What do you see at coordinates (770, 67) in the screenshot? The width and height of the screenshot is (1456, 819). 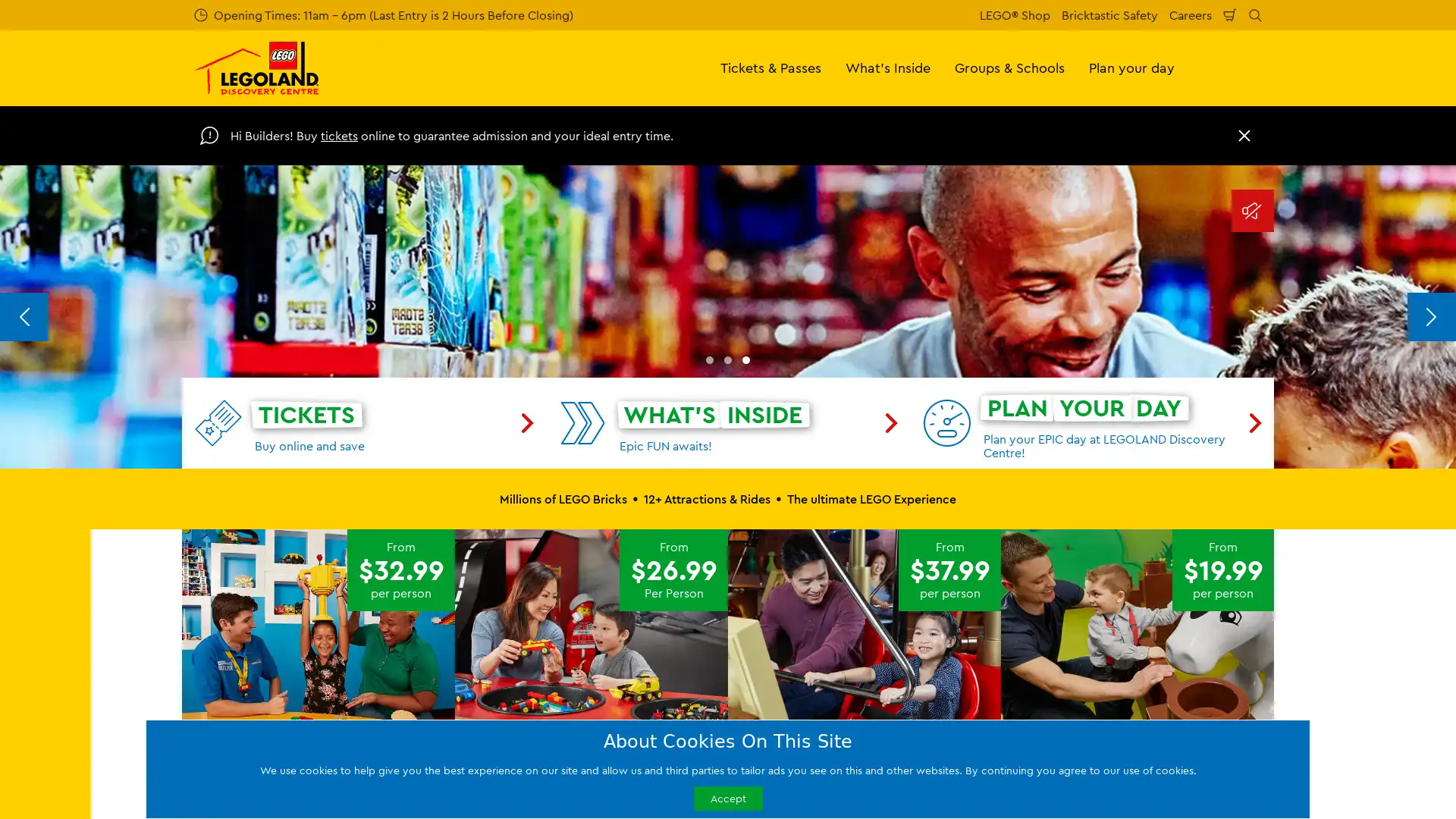 I see `Tickets & Passes` at bounding box center [770, 67].